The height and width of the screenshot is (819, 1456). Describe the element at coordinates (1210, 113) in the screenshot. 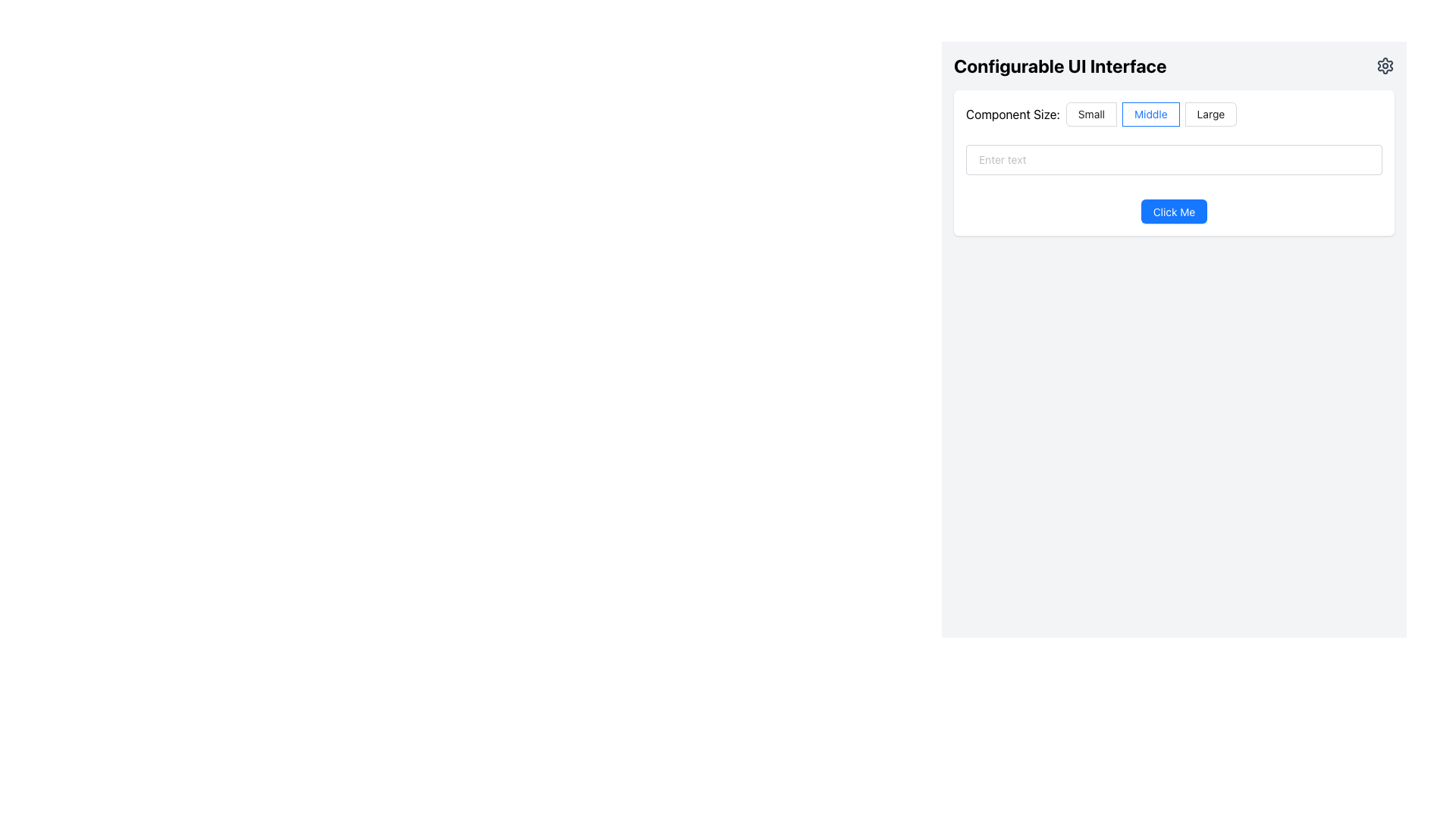

I see `the radio button labeled 'Large'` at that location.